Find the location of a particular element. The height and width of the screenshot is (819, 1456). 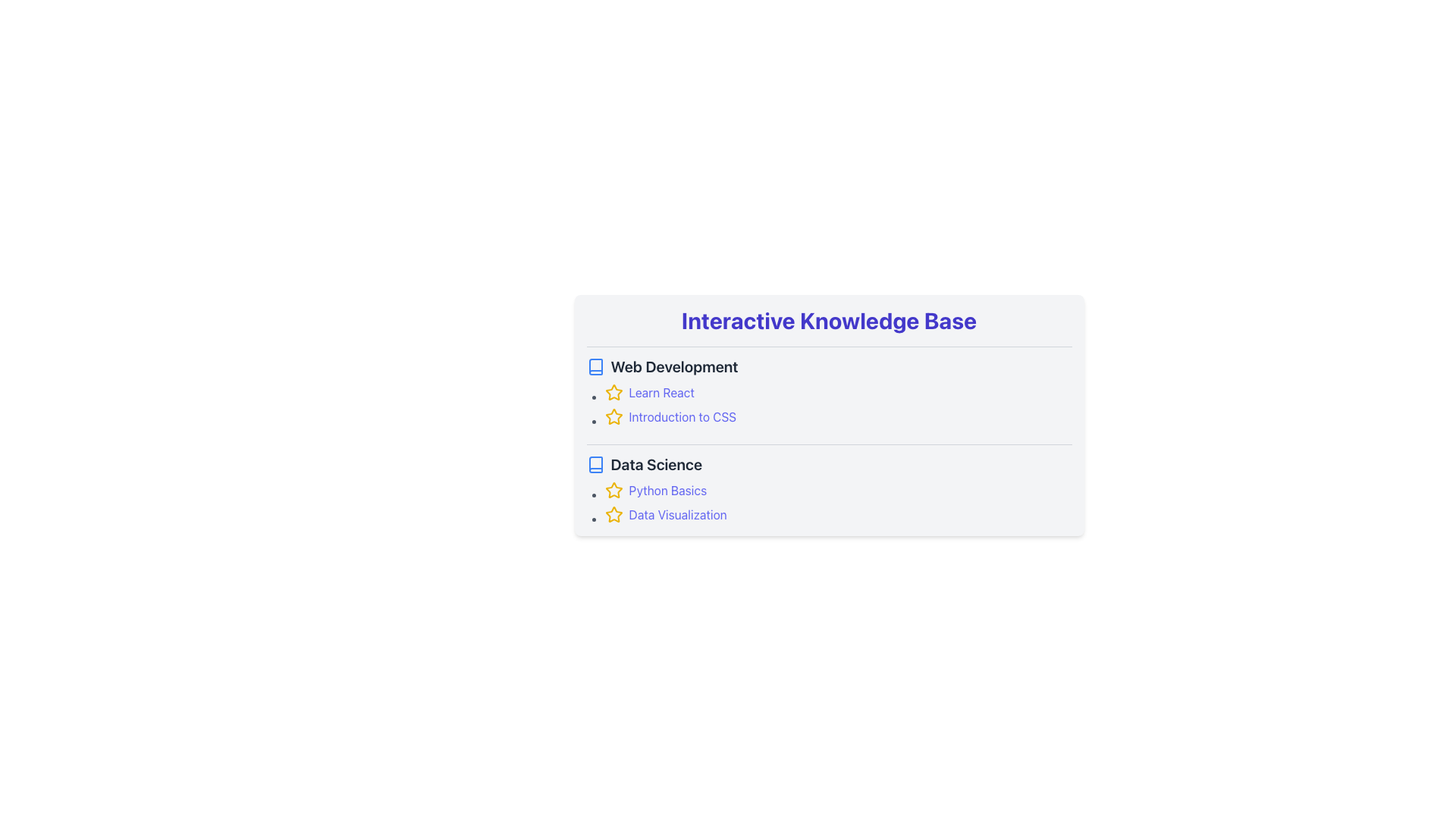

the compact blue book icon located next to the 'Web Development' heading in the interface is located at coordinates (595, 366).